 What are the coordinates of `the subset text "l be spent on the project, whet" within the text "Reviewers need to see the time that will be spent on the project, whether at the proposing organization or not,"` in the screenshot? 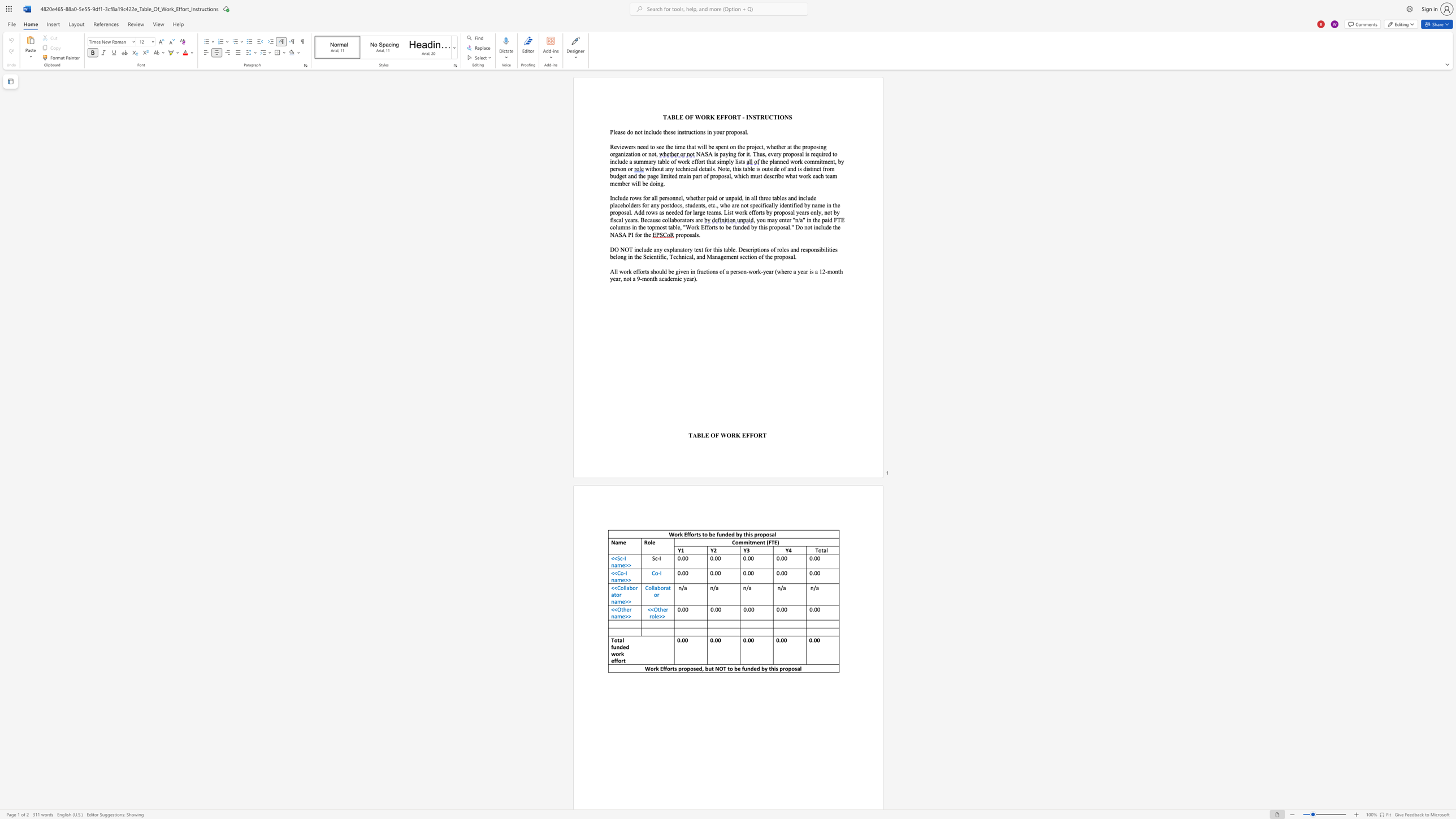 It's located at (704, 146).